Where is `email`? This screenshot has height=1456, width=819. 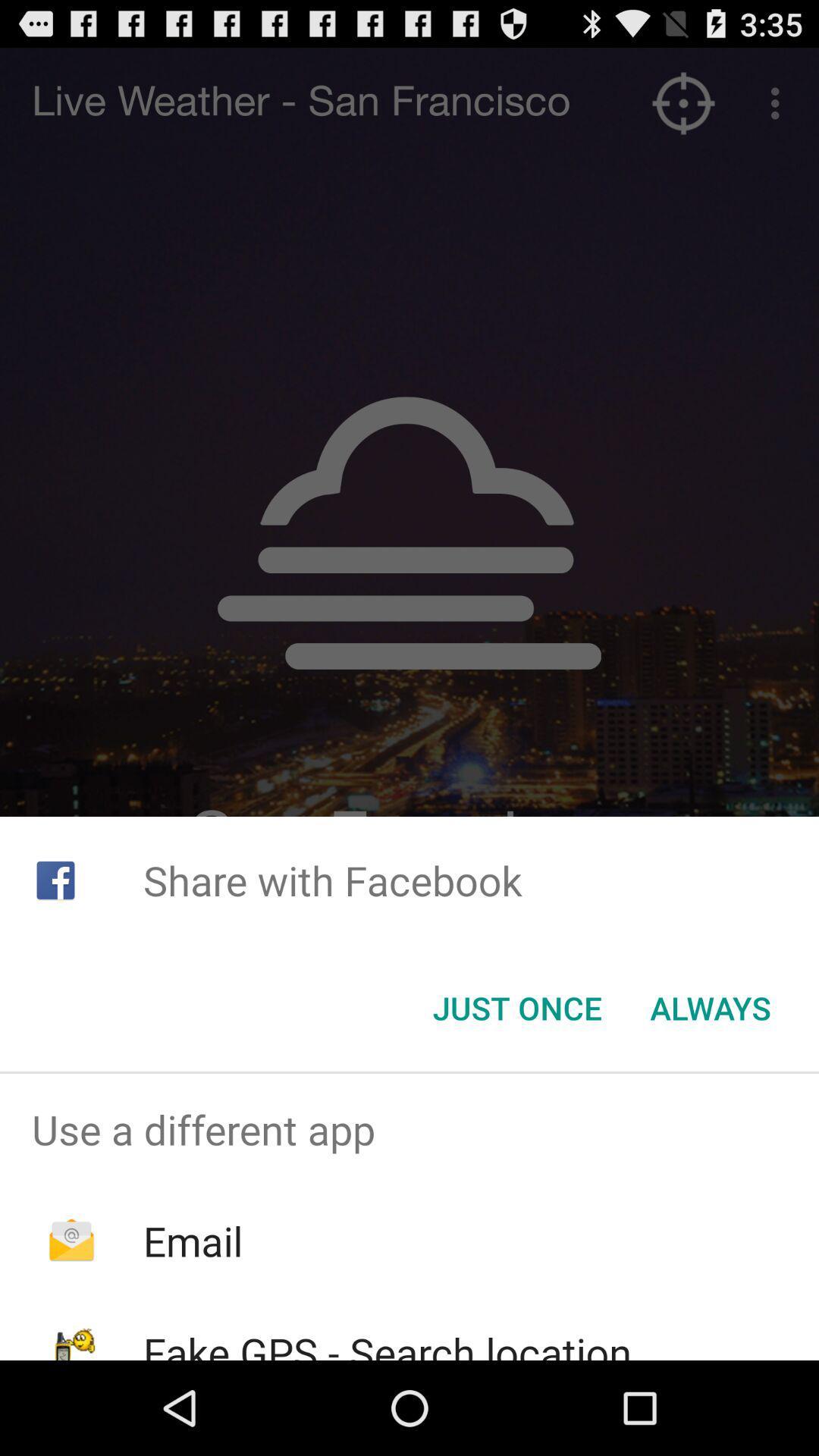
email is located at coordinates (192, 1241).